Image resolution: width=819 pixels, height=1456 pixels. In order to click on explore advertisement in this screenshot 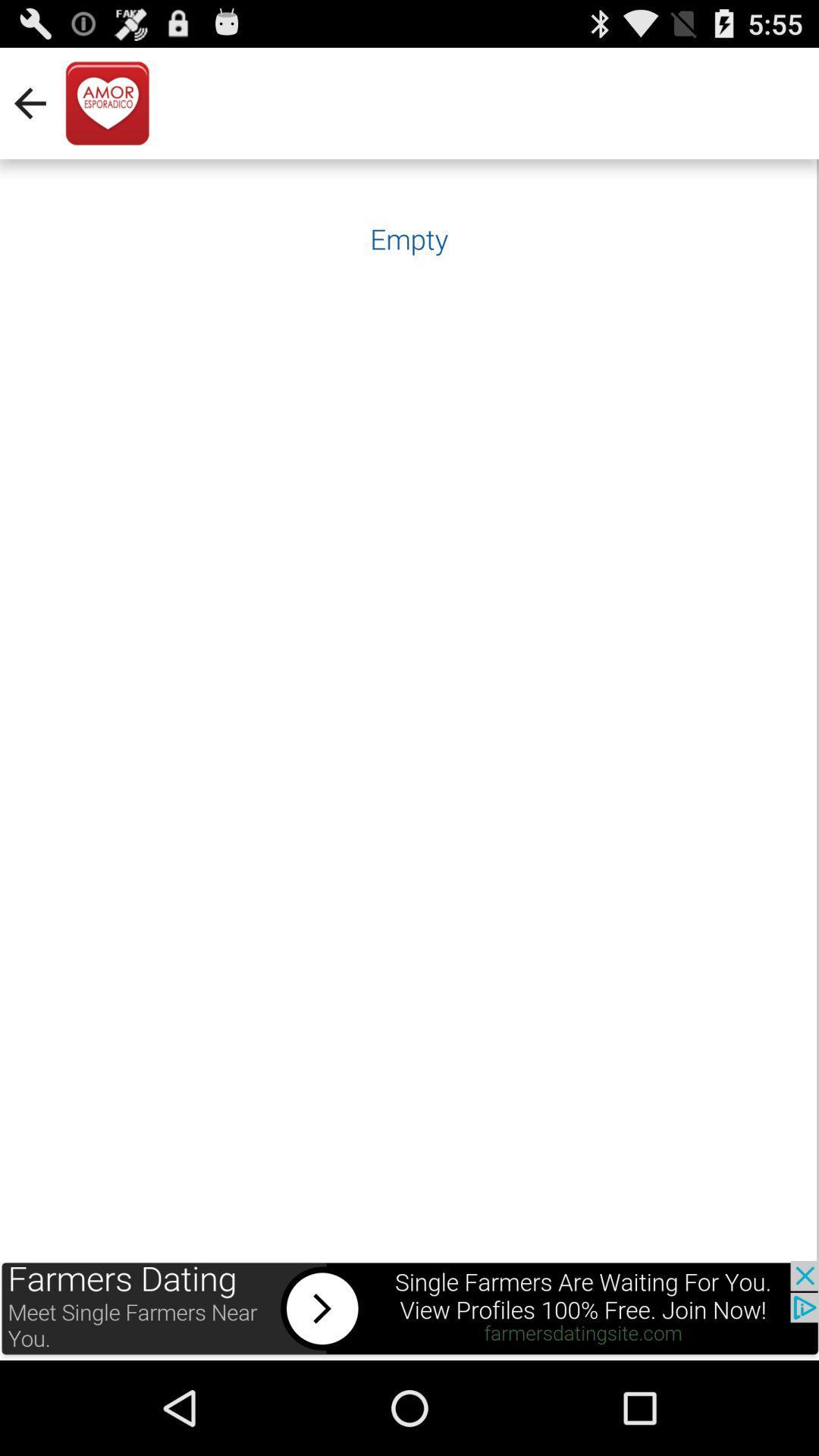, I will do `click(409, 1310)`.